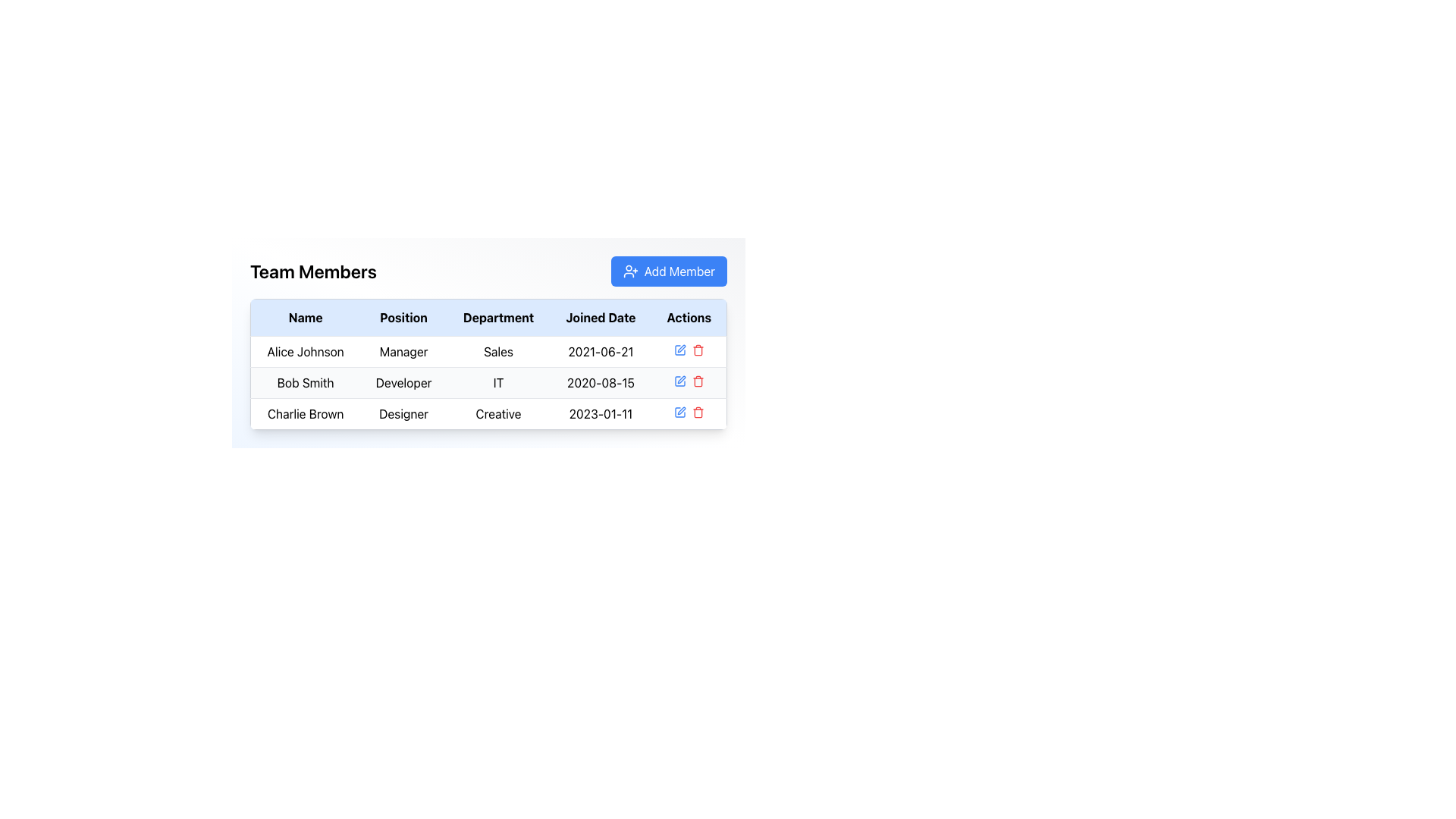  Describe the element at coordinates (488, 351) in the screenshot. I see `the first row of the table displaying team member information` at that location.